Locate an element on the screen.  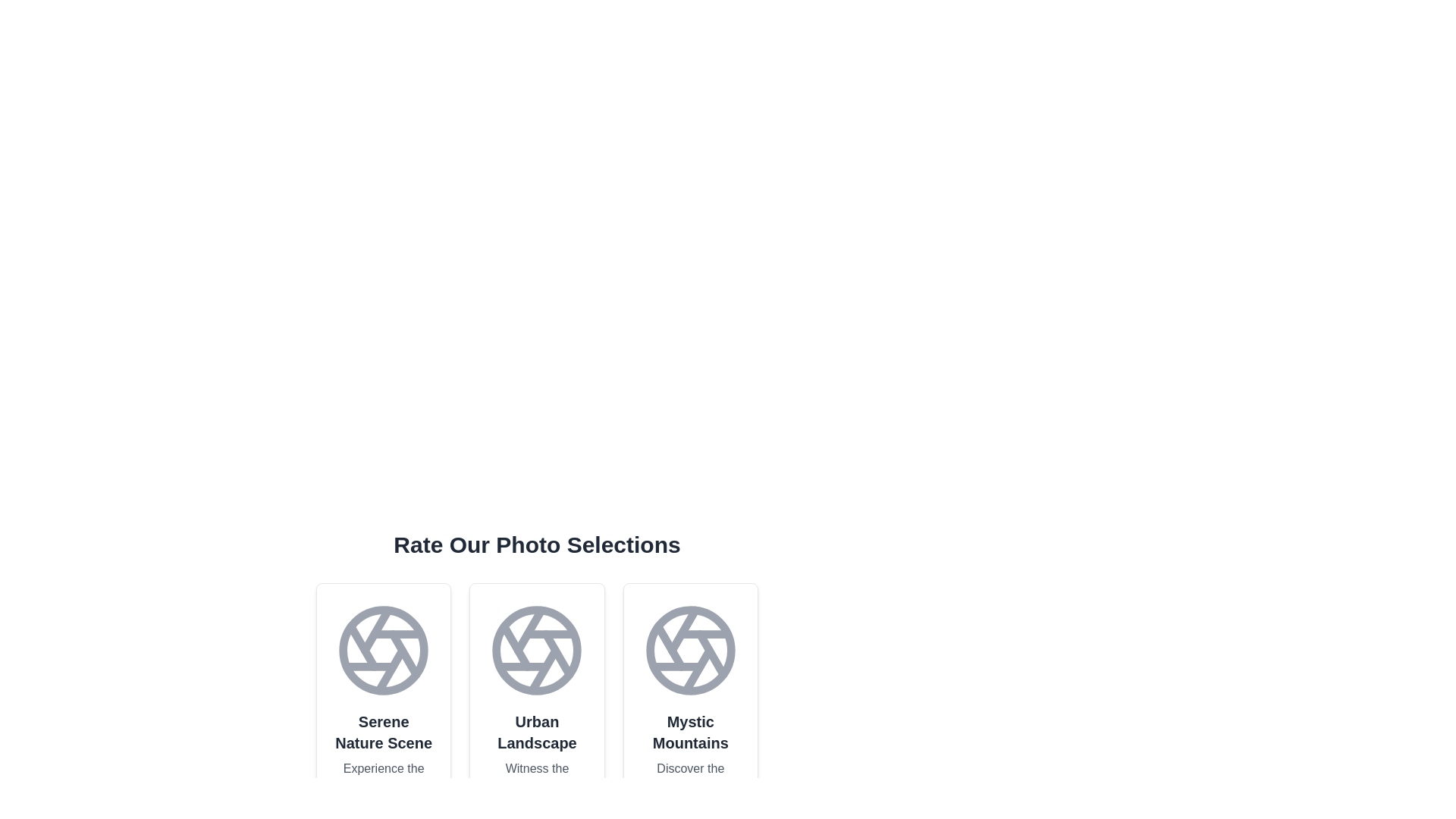
the photo card titled 'Serene Nature Scene' is located at coordinates (383, 725).